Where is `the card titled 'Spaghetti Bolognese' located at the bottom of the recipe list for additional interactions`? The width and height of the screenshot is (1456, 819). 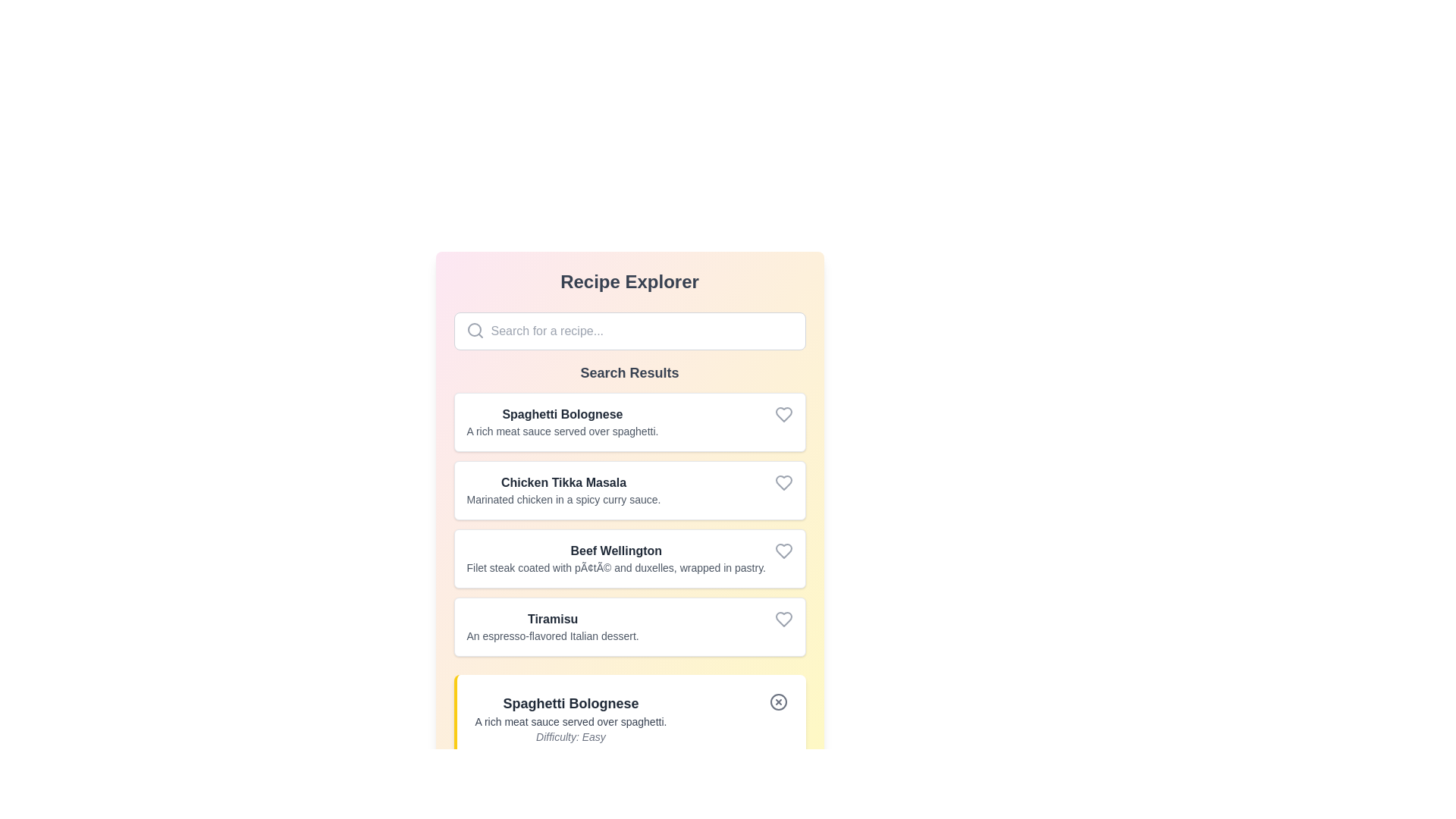
the card titled 'Spaghetti Bolognese' located at the bottom of the recipe list for additional interactions is located at coordinates (631, 718).